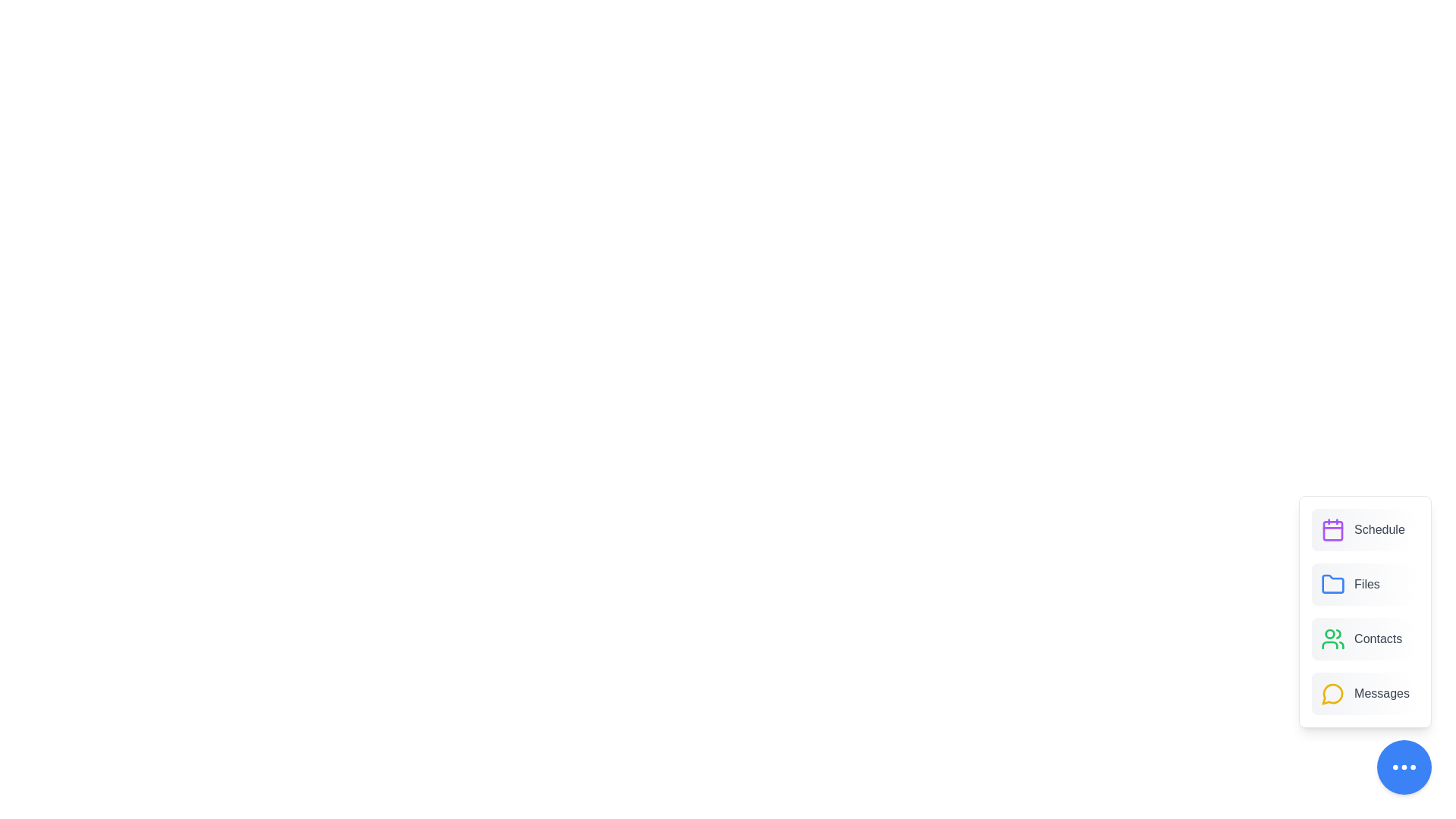 This screenshot has width=1456, height=819. I want to click on the action dial button to toggle the visibility of options, so click(1404, 767).